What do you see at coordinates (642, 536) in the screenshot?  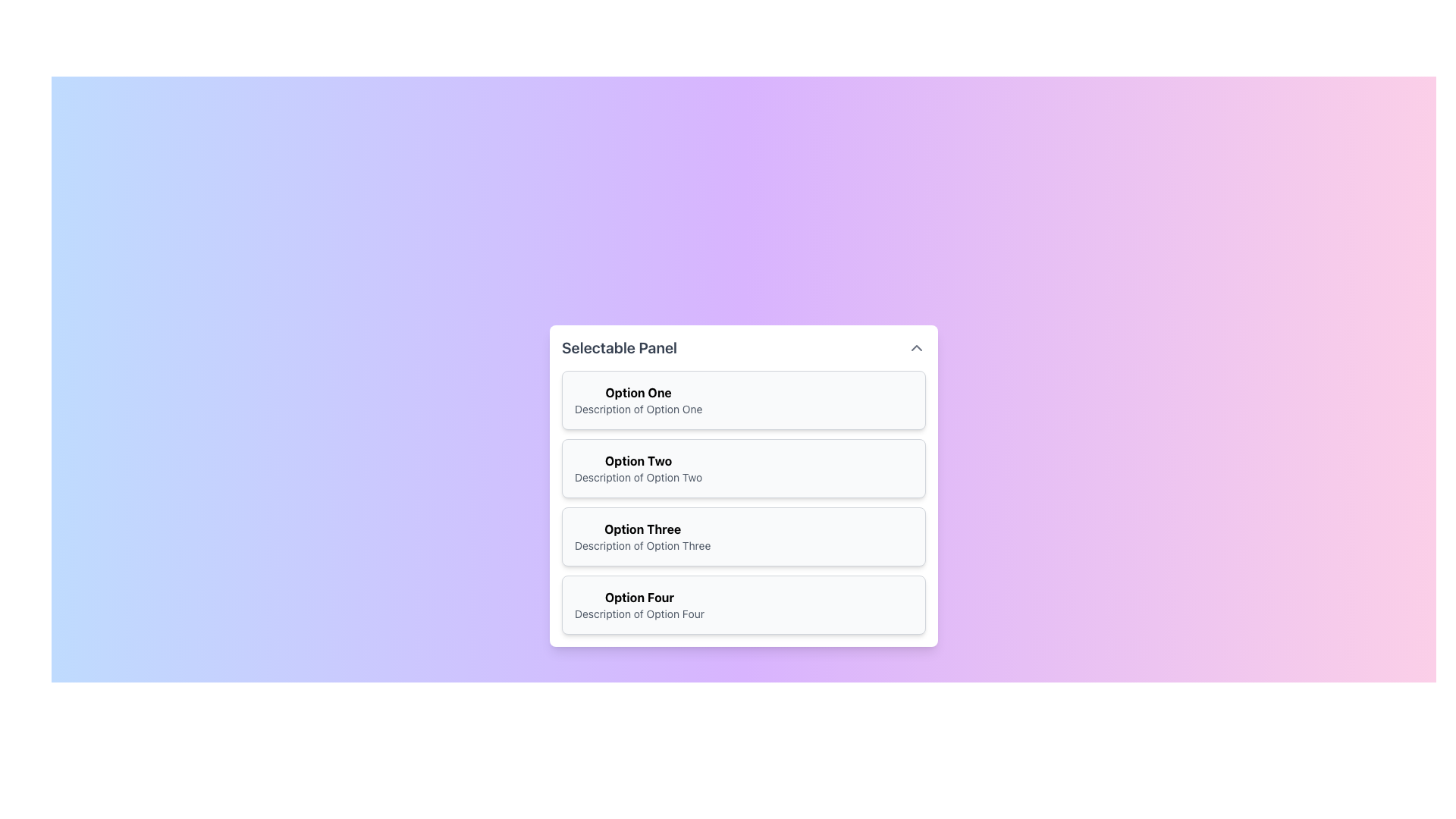 I see `the List Item element labeled 'Option Three'` at bounding box center [642, 536].